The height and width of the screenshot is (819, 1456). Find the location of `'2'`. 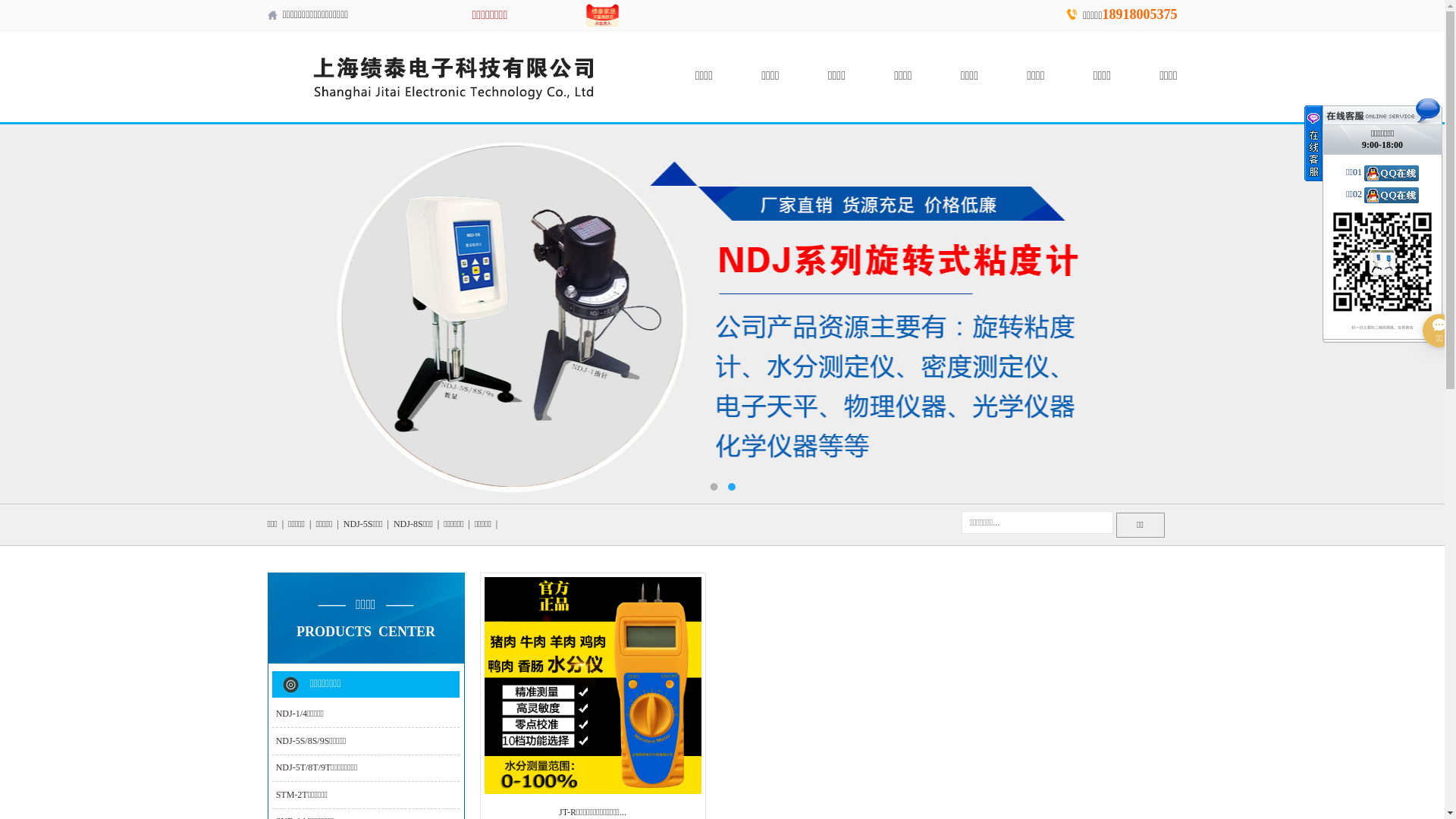

'2' is located at coordinates (731, 486).